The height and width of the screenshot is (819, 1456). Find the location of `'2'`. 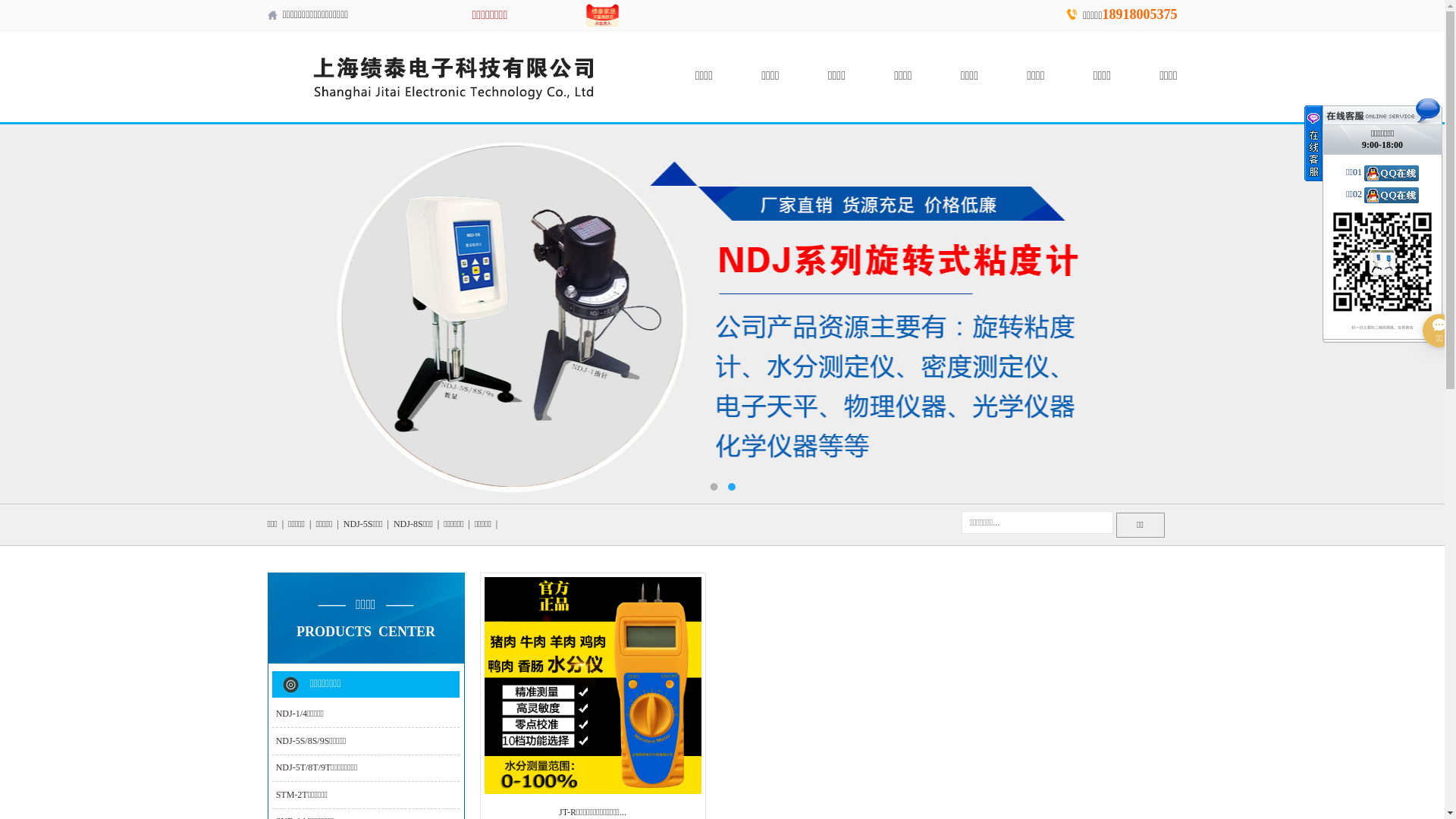

'2' is located at coordinates (731, 486).